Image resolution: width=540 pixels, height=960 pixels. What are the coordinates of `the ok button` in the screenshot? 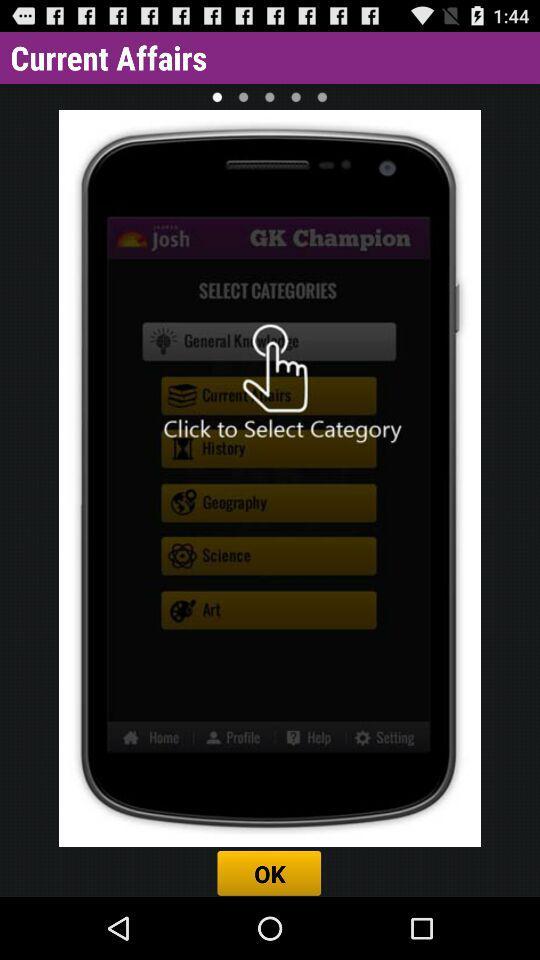 It's located at (270, 872).